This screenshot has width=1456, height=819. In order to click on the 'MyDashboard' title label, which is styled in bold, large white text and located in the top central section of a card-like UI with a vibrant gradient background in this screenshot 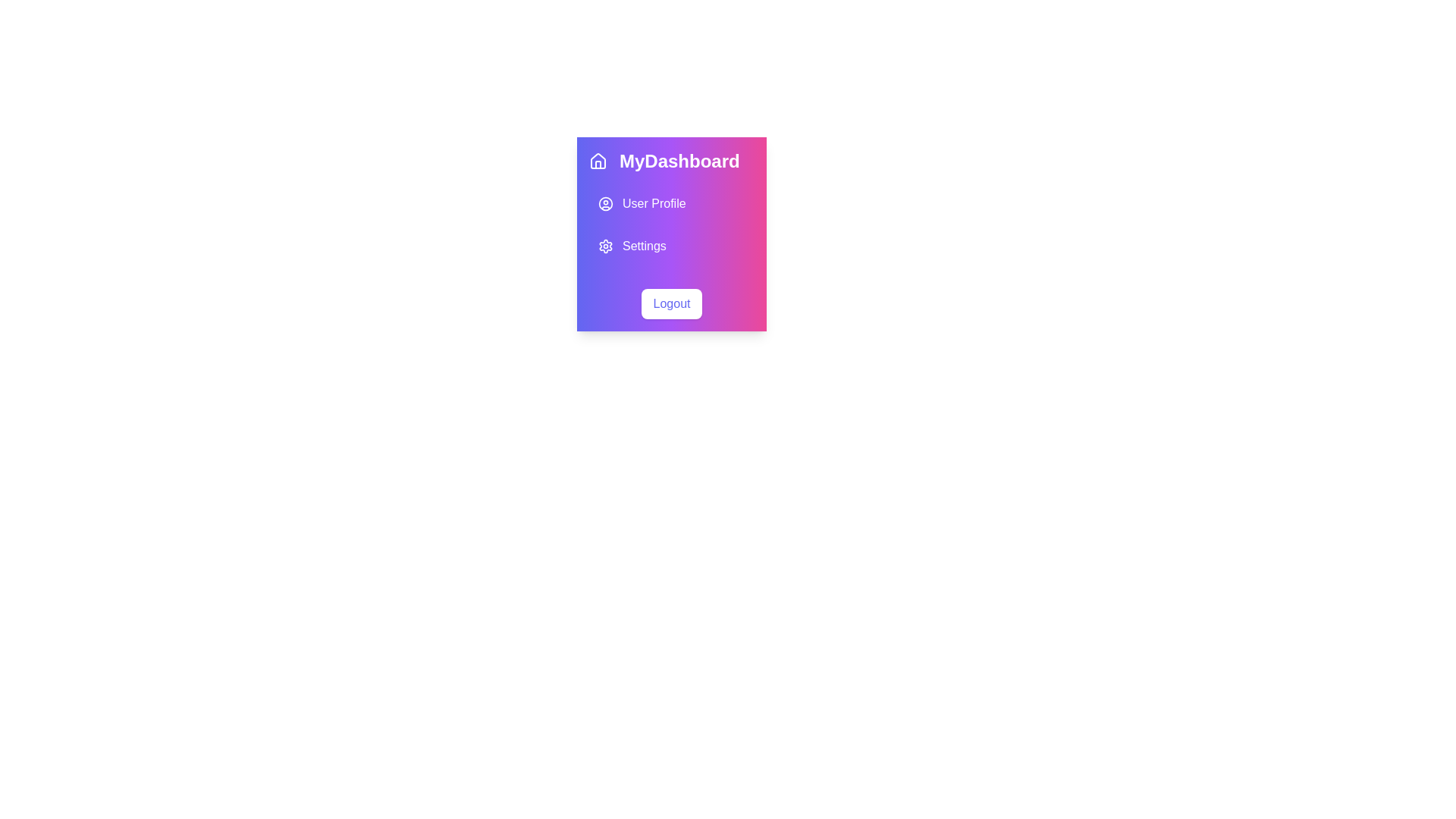, I will do `click(679, 161)`.